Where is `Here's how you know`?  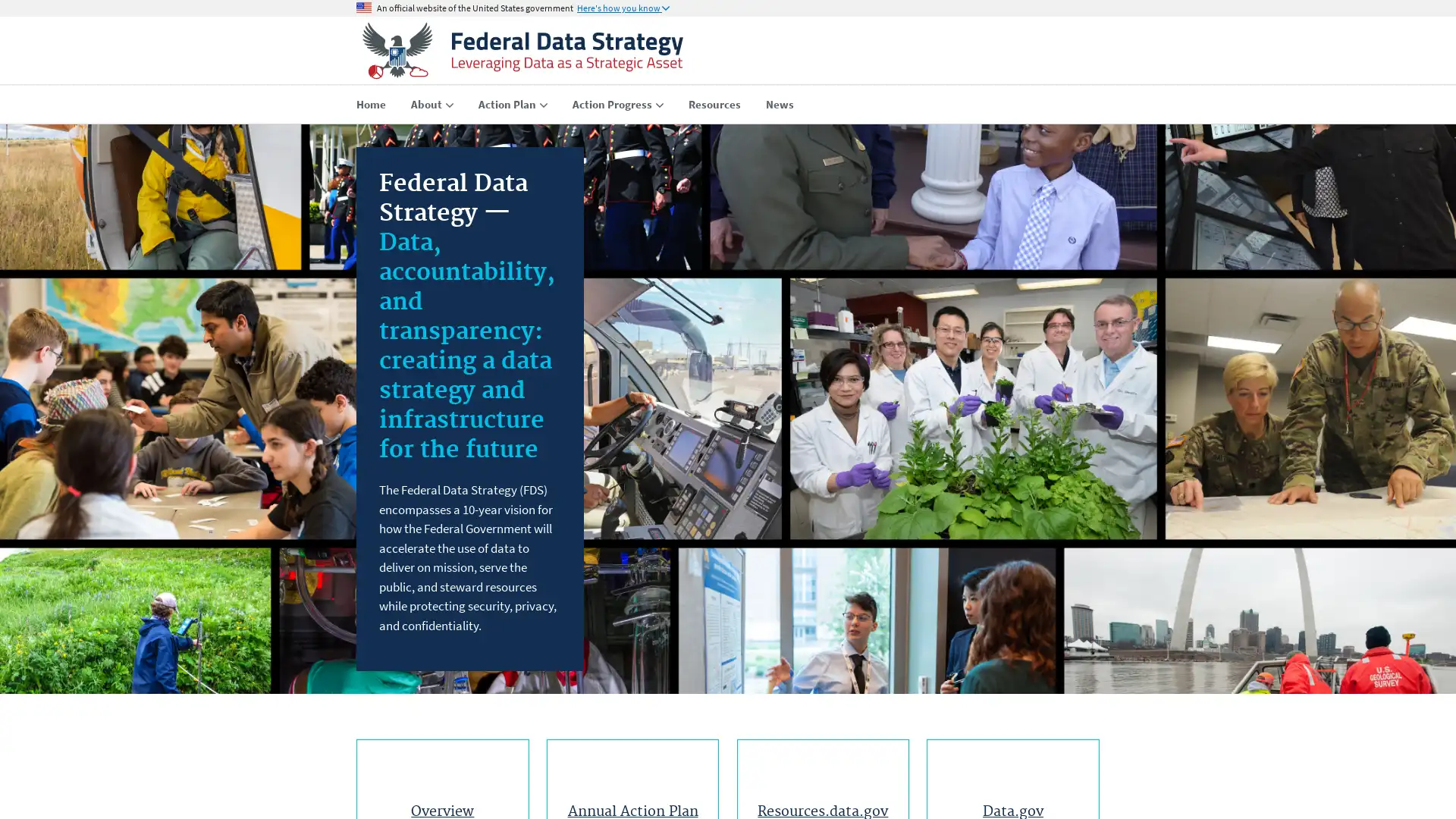
Here's how you know is located at coordinates (623, 8).